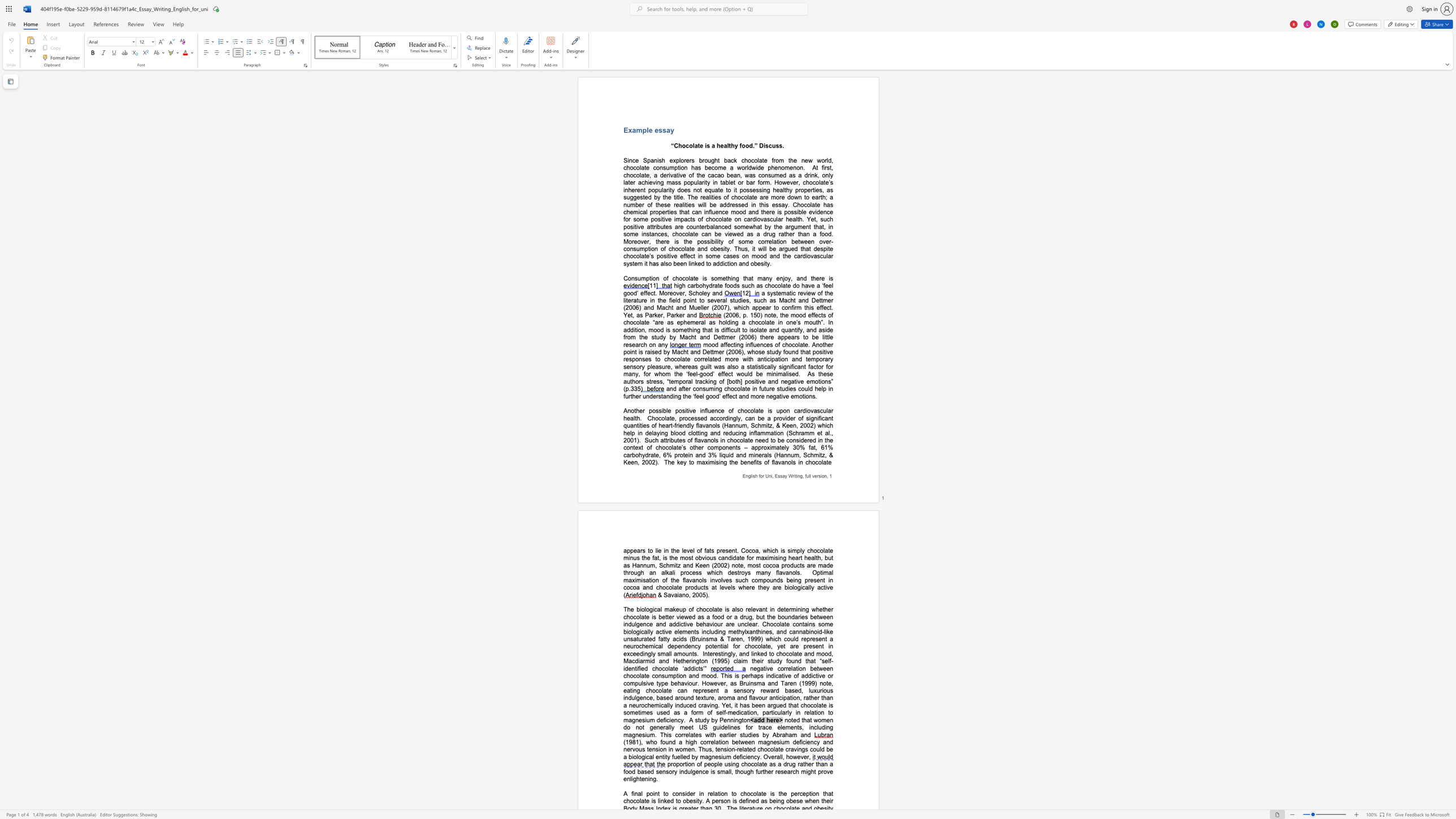  What do you see at coordinates (720, 292) in the screenshot?
I see `the 5th character "d" in the text` at bounding box center [720, 292].